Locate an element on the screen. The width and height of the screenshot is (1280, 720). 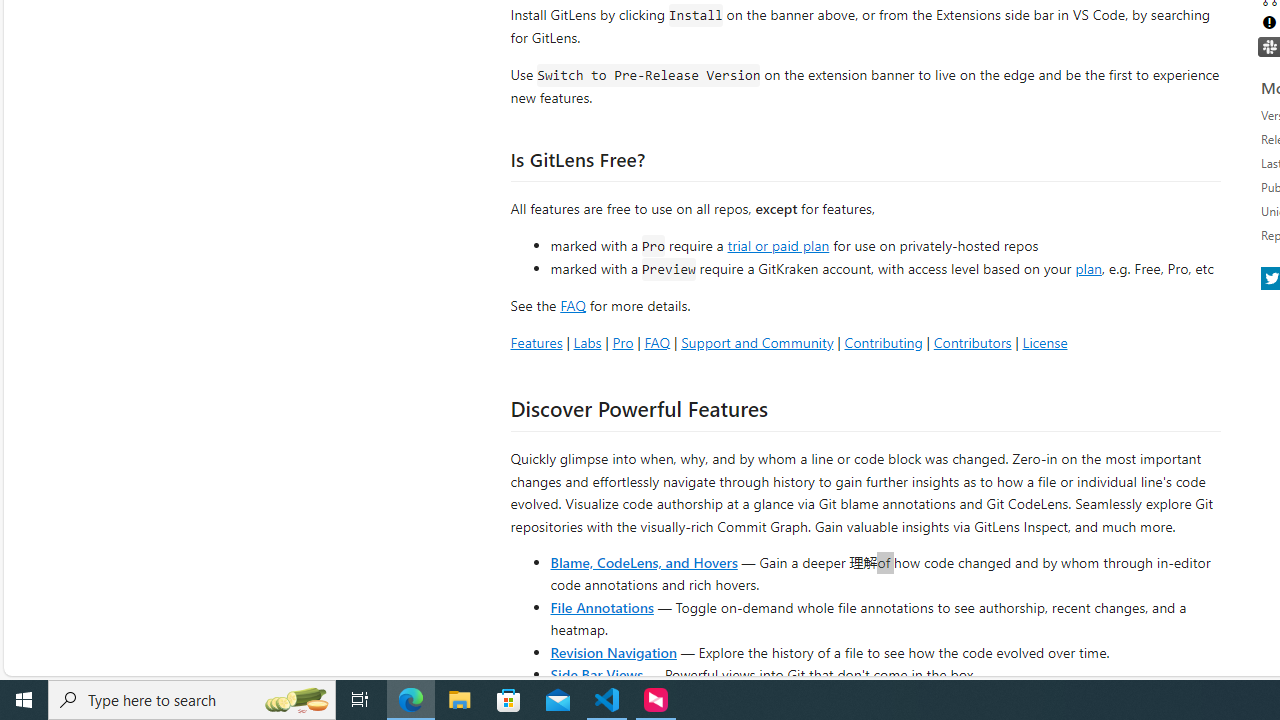
'License' is located at coordinates (1043, 341).